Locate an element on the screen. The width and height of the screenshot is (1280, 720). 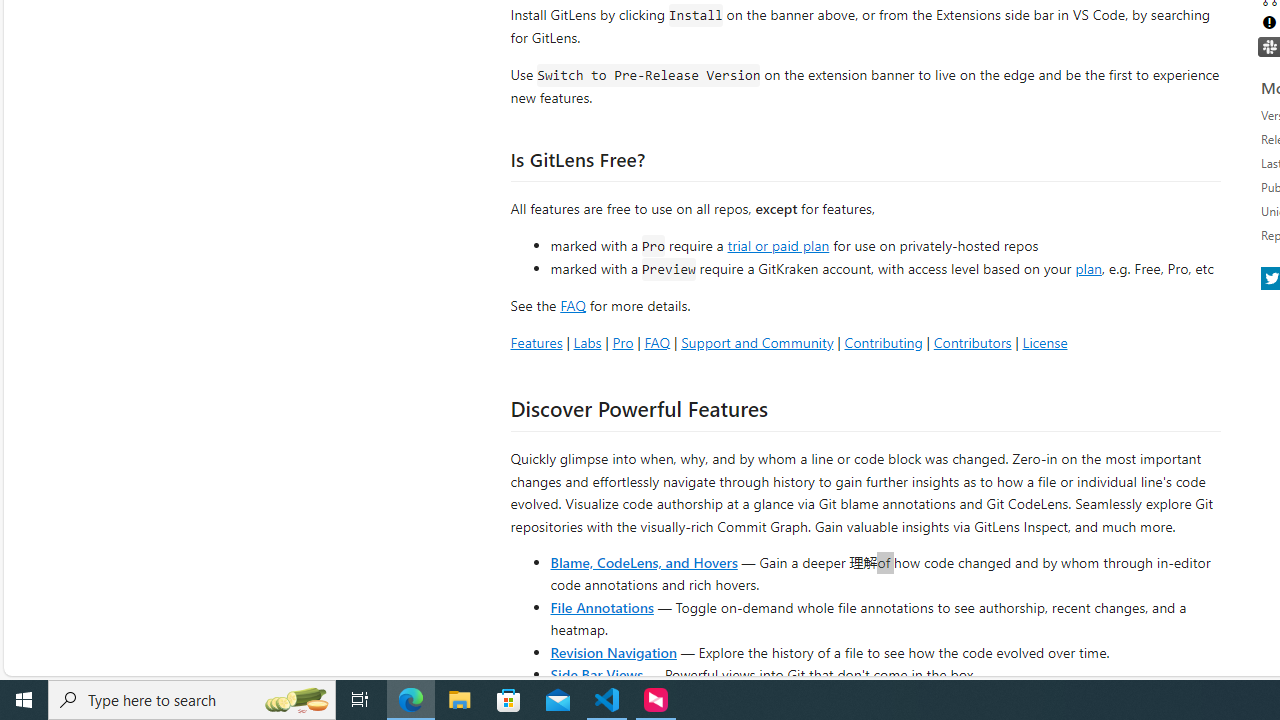
'License' is located at coordinates (1043, 341).